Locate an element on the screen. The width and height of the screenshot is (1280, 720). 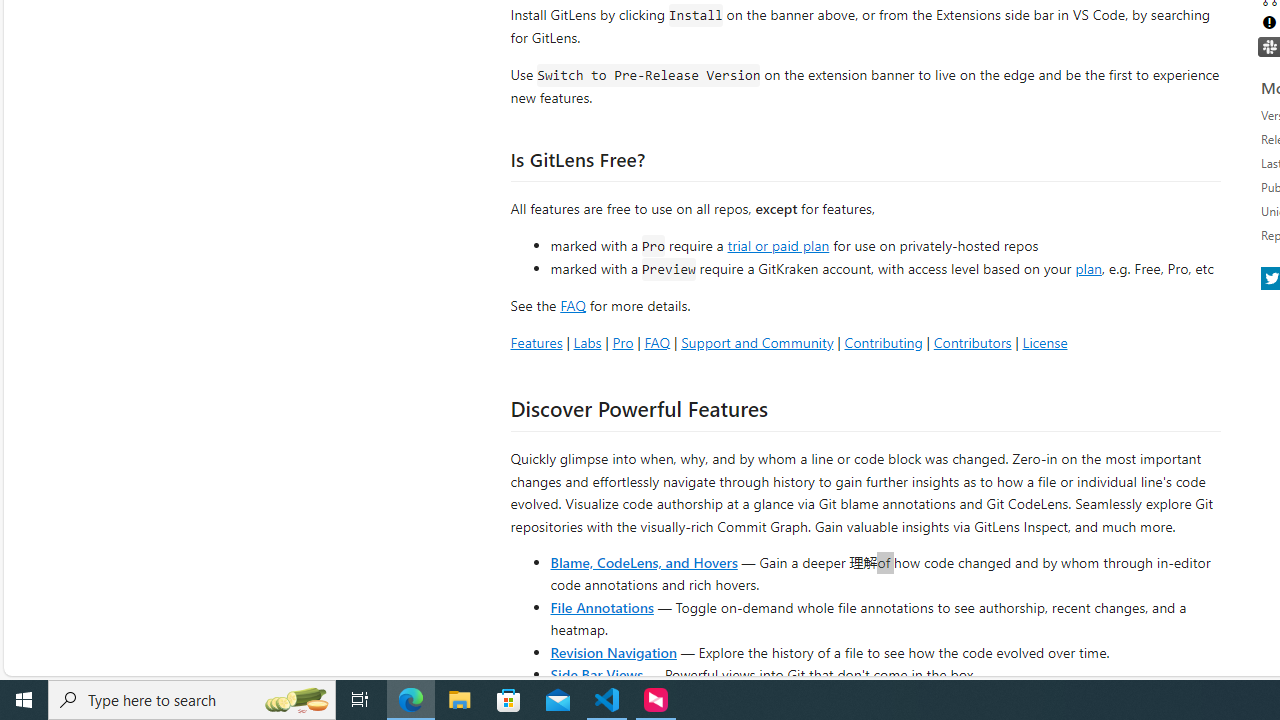
'License' is located at coordinates (1043, 341).